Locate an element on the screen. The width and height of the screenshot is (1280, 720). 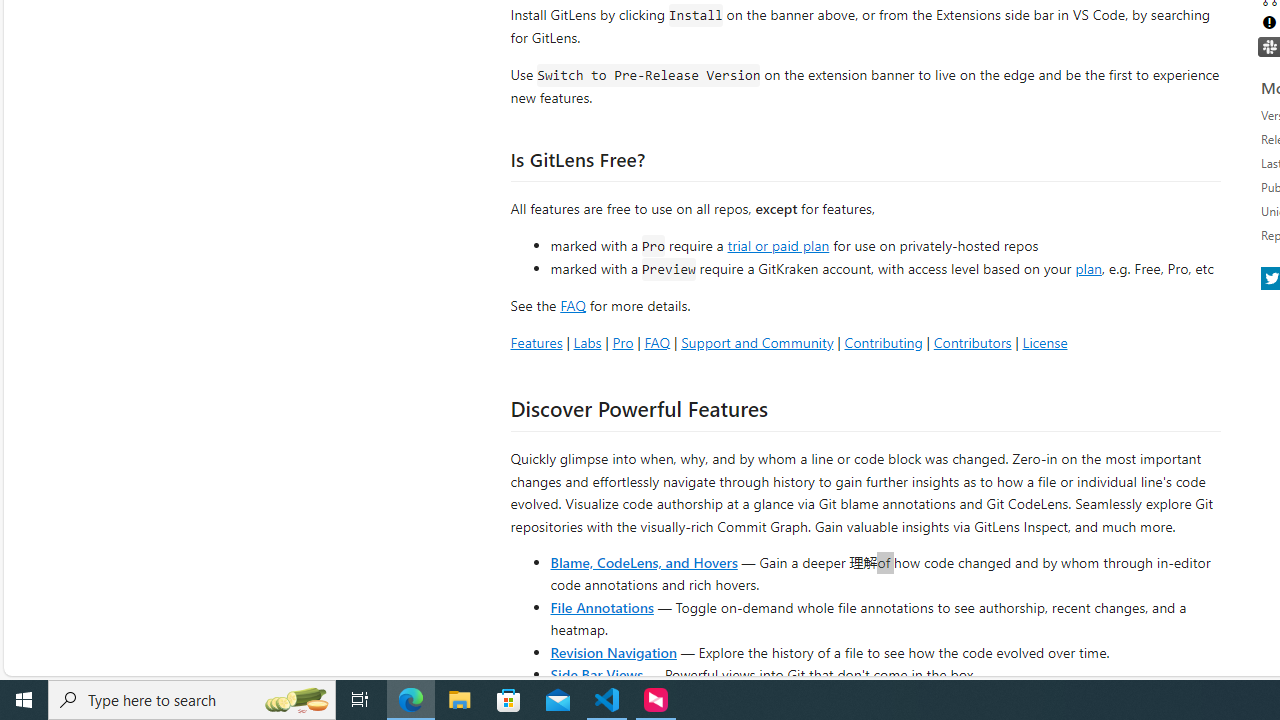
'License' is located at coordinates (1043, 341).